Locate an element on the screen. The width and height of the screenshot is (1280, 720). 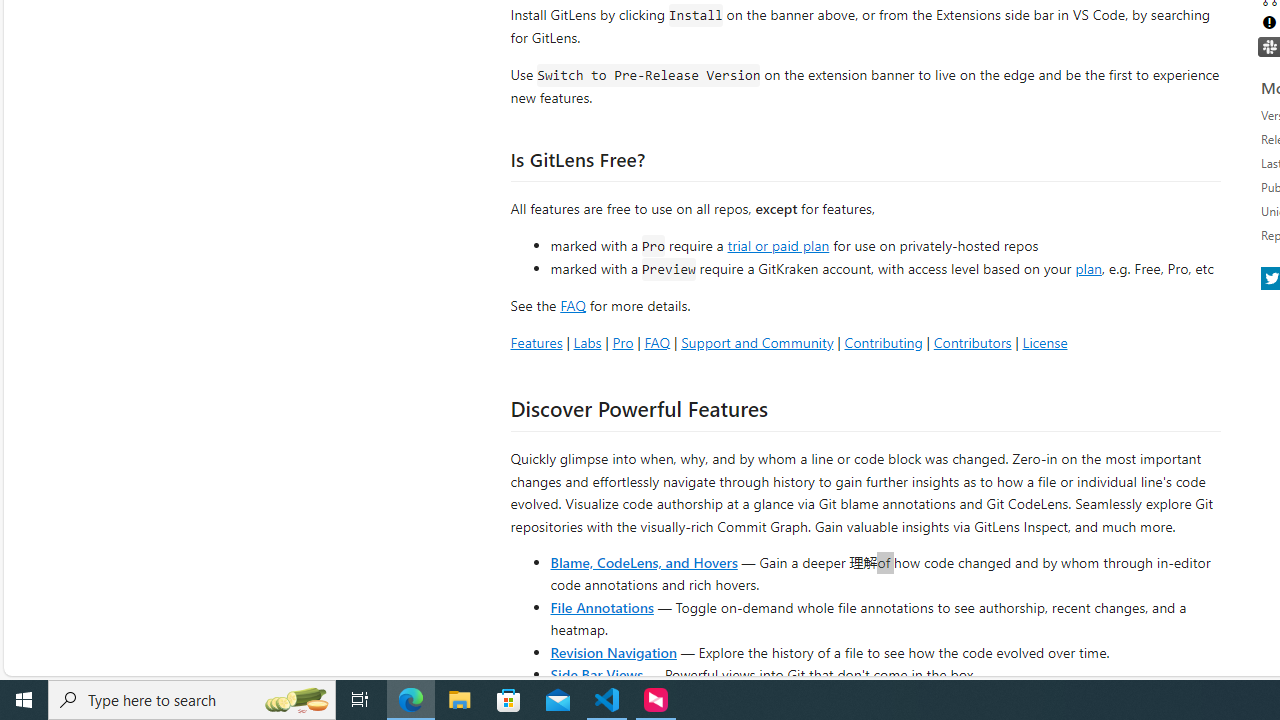
'License' is located at coordinates (1043, 341).